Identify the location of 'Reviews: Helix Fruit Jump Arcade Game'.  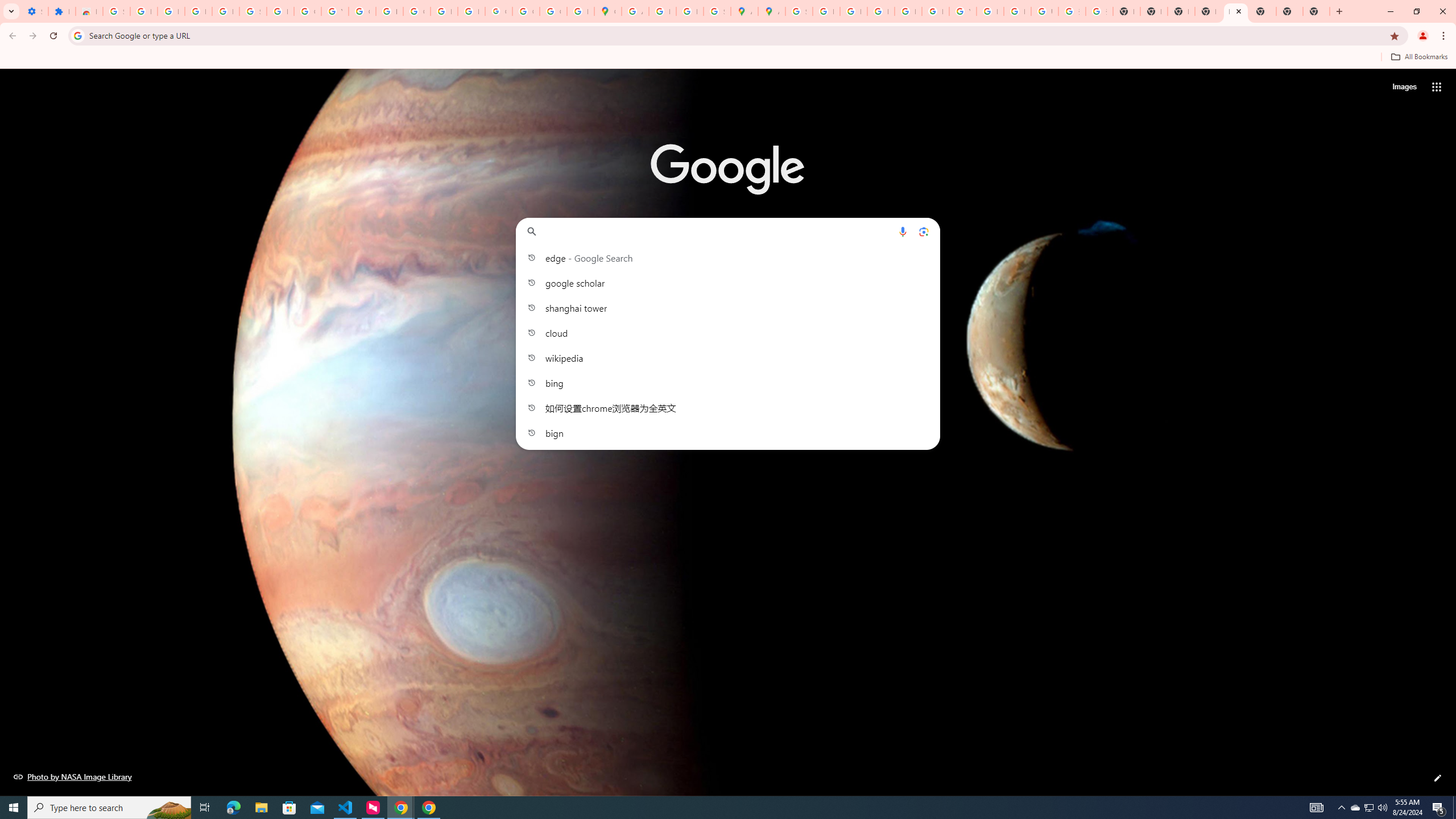
(88, 11).